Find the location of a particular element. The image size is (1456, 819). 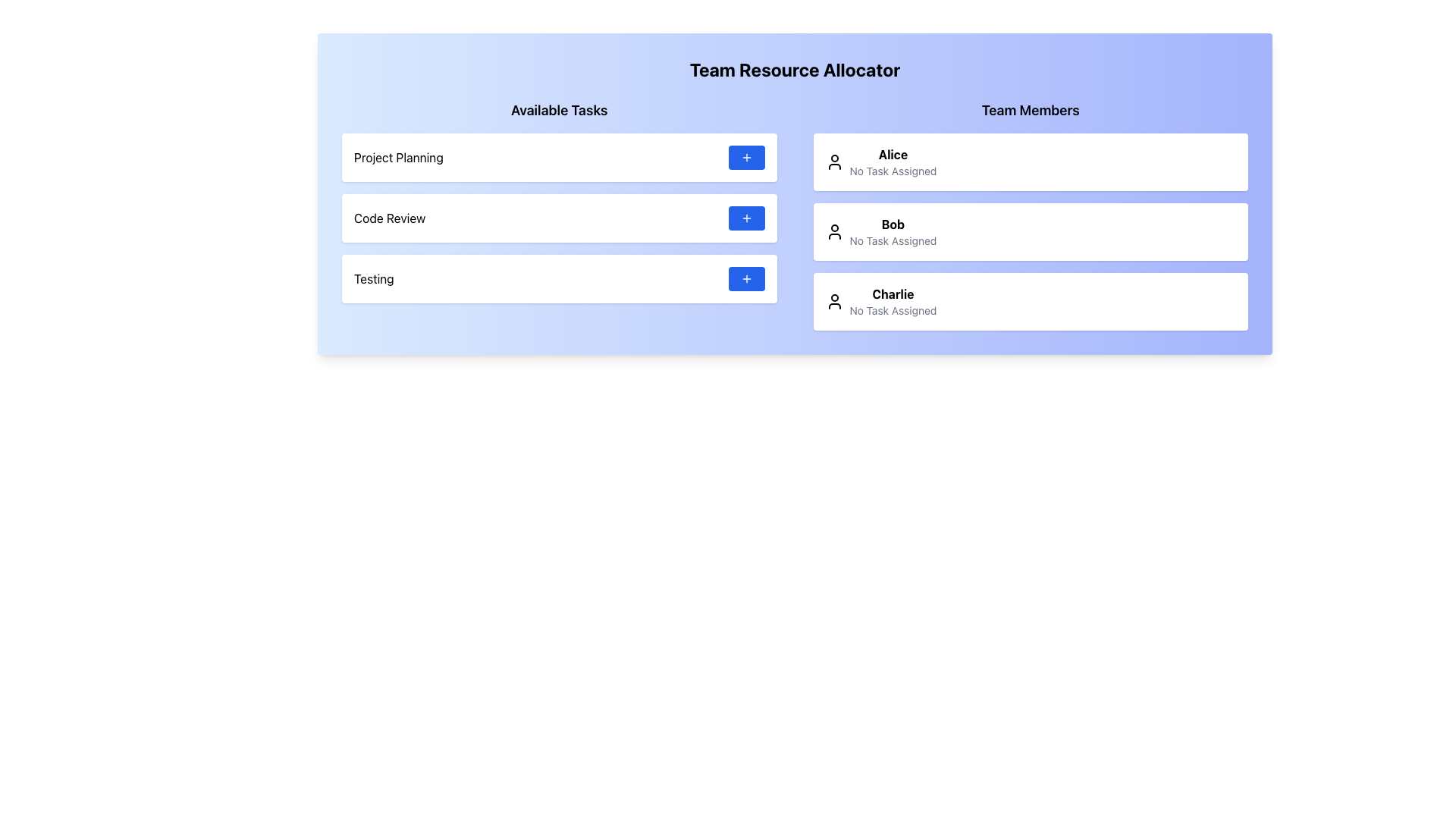

label located at the top right portion of the layout, which serves as a title for the team members' section is located at coordinates (1031, 110).